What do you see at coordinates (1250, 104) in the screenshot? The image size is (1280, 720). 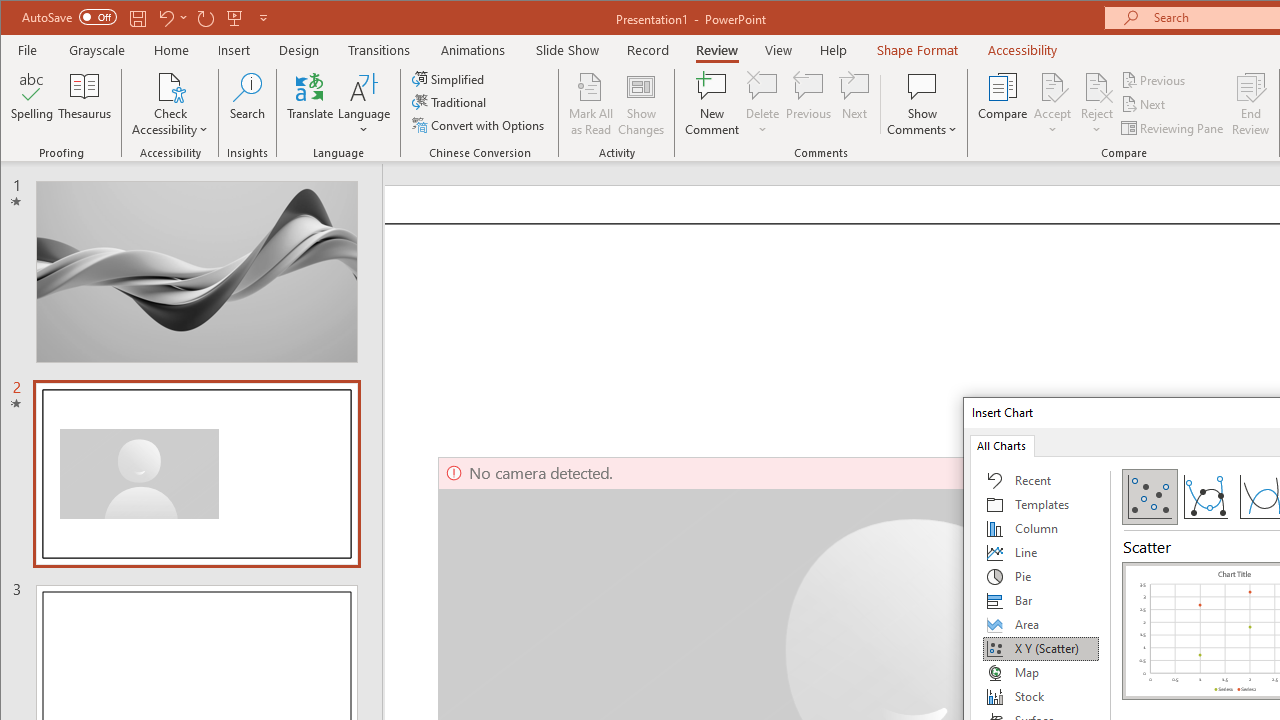 I see `'End Review'` at bounding box center [1250, 104].